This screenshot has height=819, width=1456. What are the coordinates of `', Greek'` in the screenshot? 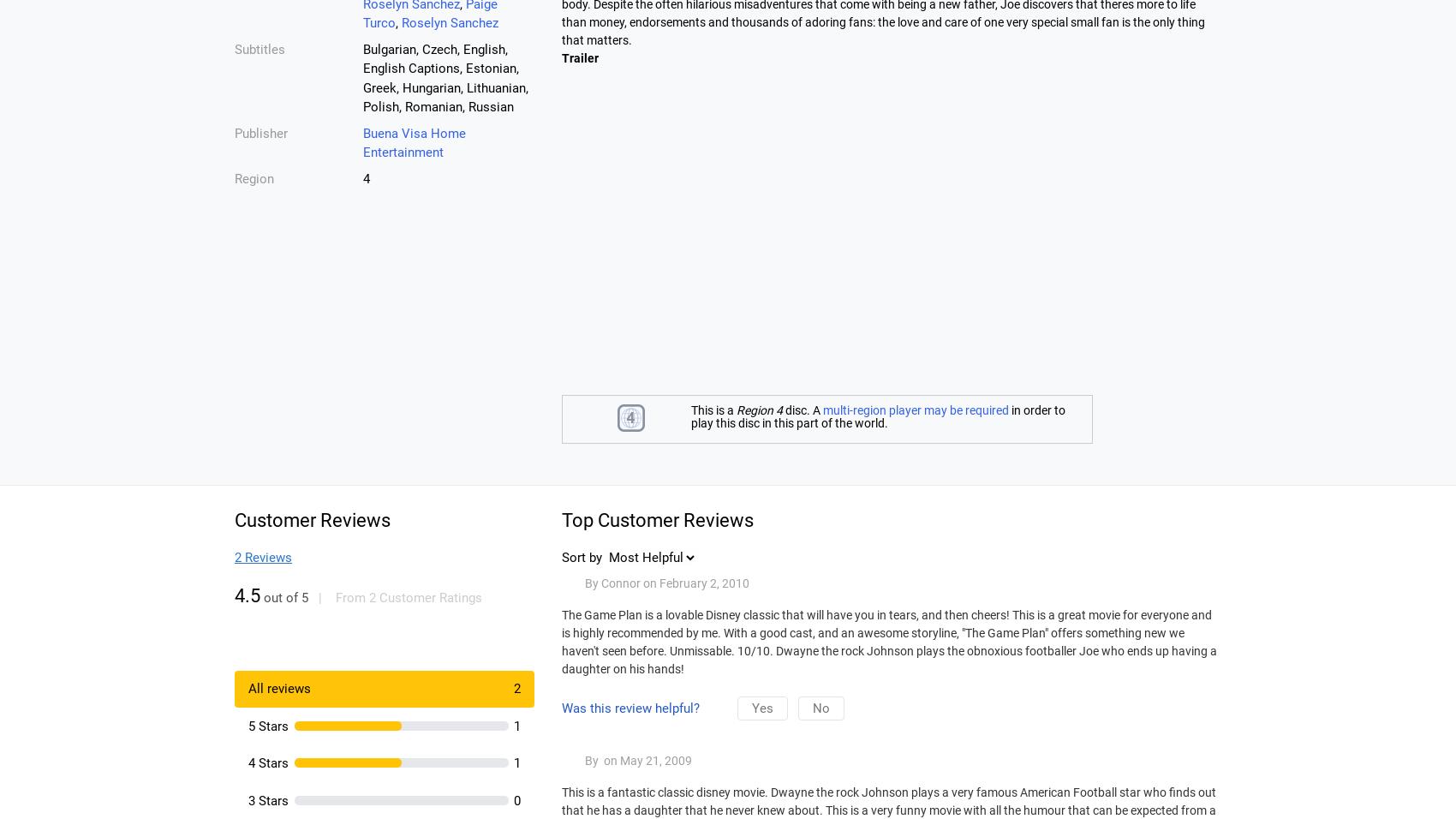 It's located at (361, 77).